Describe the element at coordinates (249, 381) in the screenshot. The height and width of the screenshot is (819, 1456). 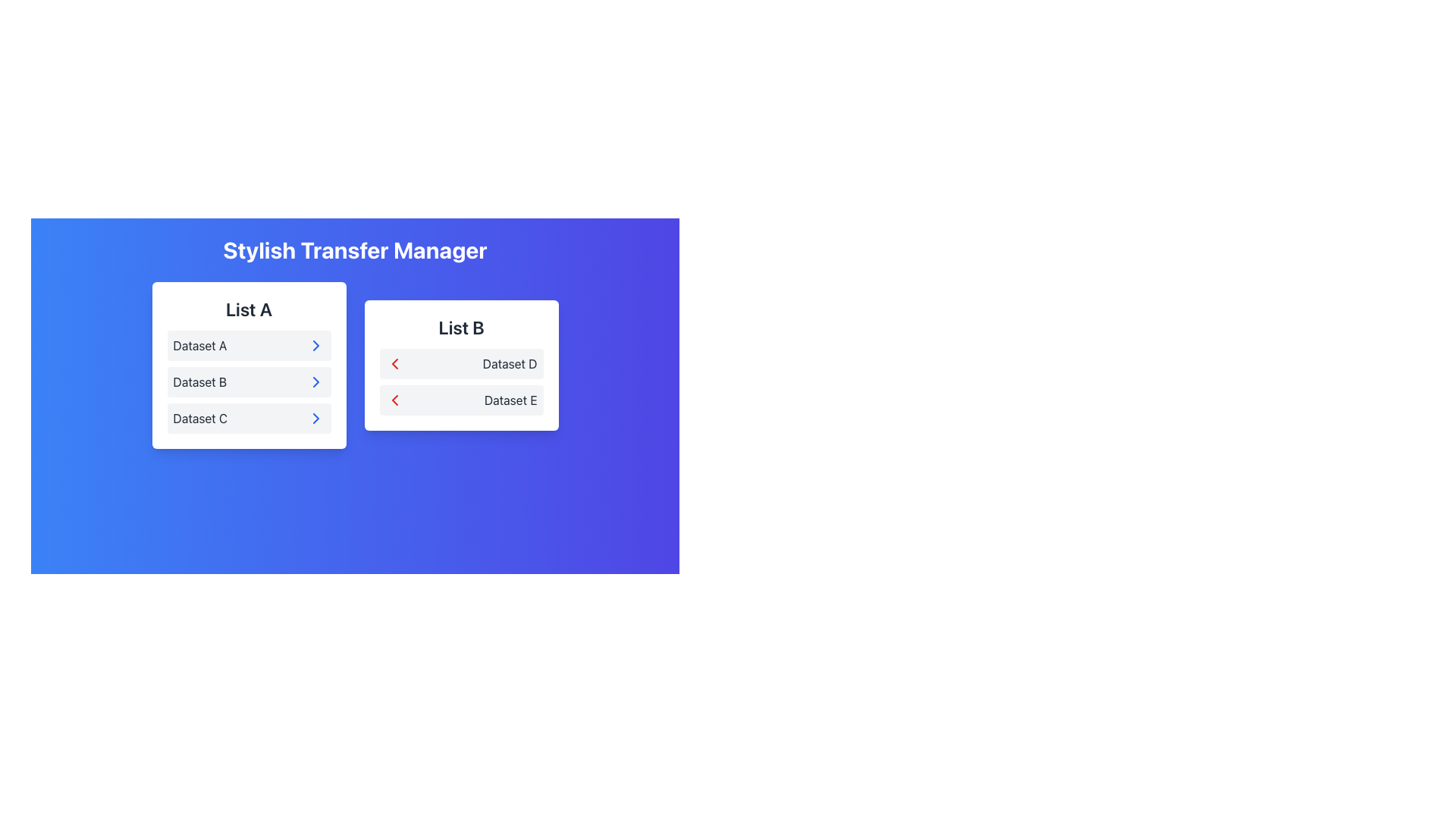
I see `the second item in 'List A', which corresponds to 'Dataset B'` at that location.